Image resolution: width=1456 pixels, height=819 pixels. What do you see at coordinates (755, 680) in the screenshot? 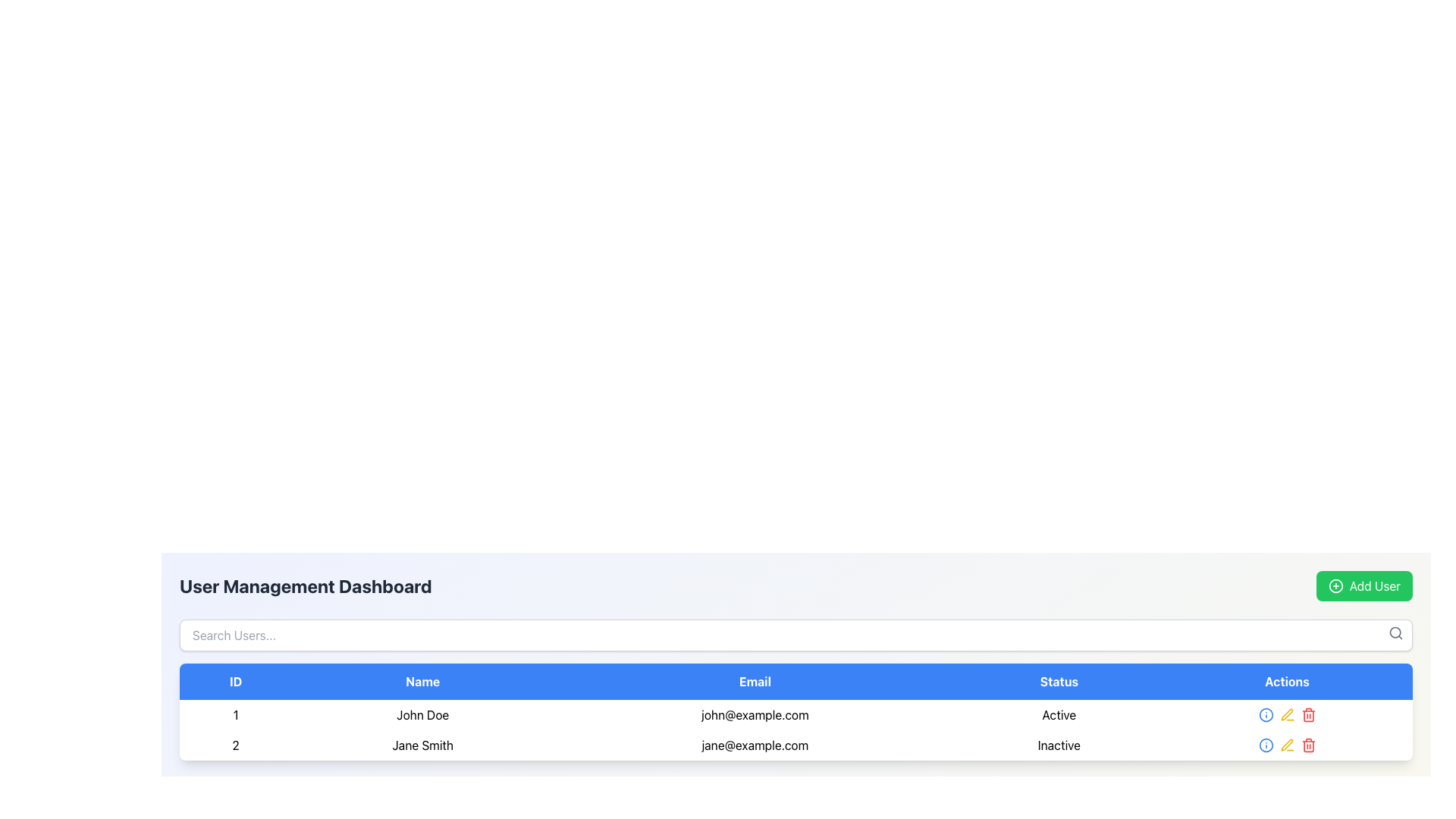
I see `label text of the third header item in the table, which corresponds to the email information column` at bounding box center [755, 680].